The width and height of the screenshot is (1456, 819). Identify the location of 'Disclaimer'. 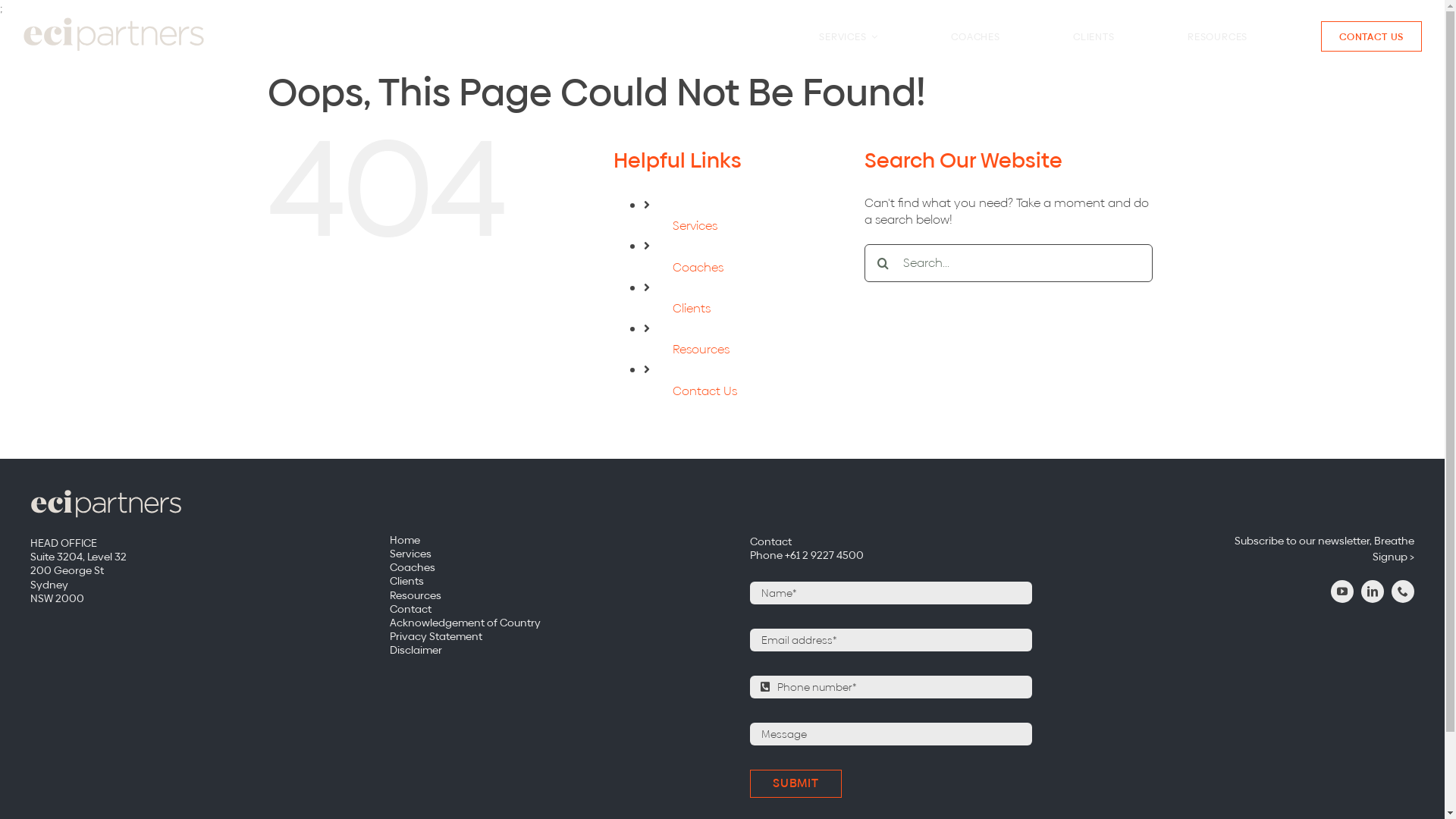
(389, 648).